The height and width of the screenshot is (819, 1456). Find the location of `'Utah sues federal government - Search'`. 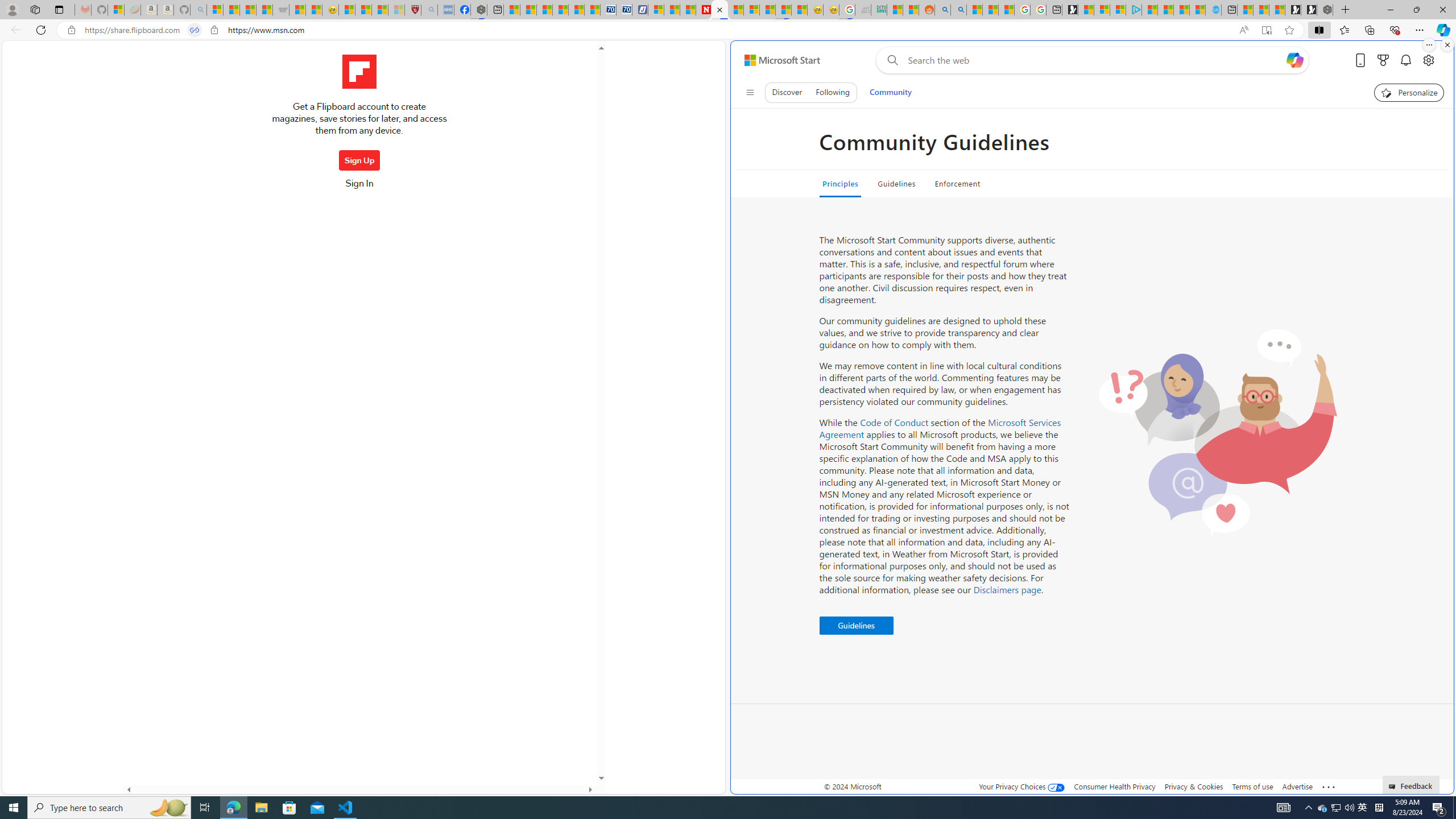

'Utah sues federal government - Search' is located at coordinates (958, 9).